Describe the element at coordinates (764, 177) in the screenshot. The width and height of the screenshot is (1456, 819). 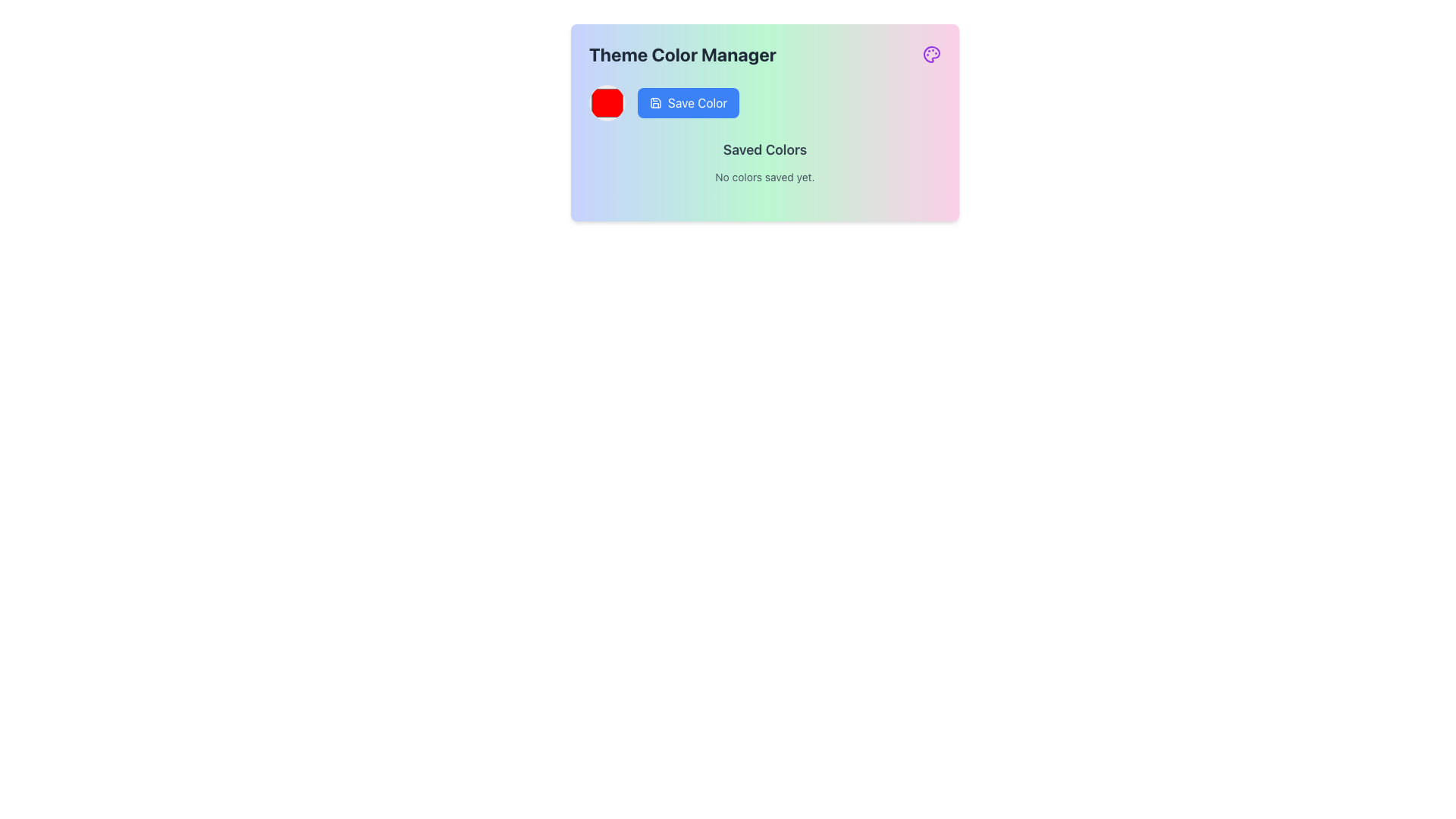
I see `the informational text label that indicates no color selections have been saved yet, located below the 'Saved Colors' heading` at that location.